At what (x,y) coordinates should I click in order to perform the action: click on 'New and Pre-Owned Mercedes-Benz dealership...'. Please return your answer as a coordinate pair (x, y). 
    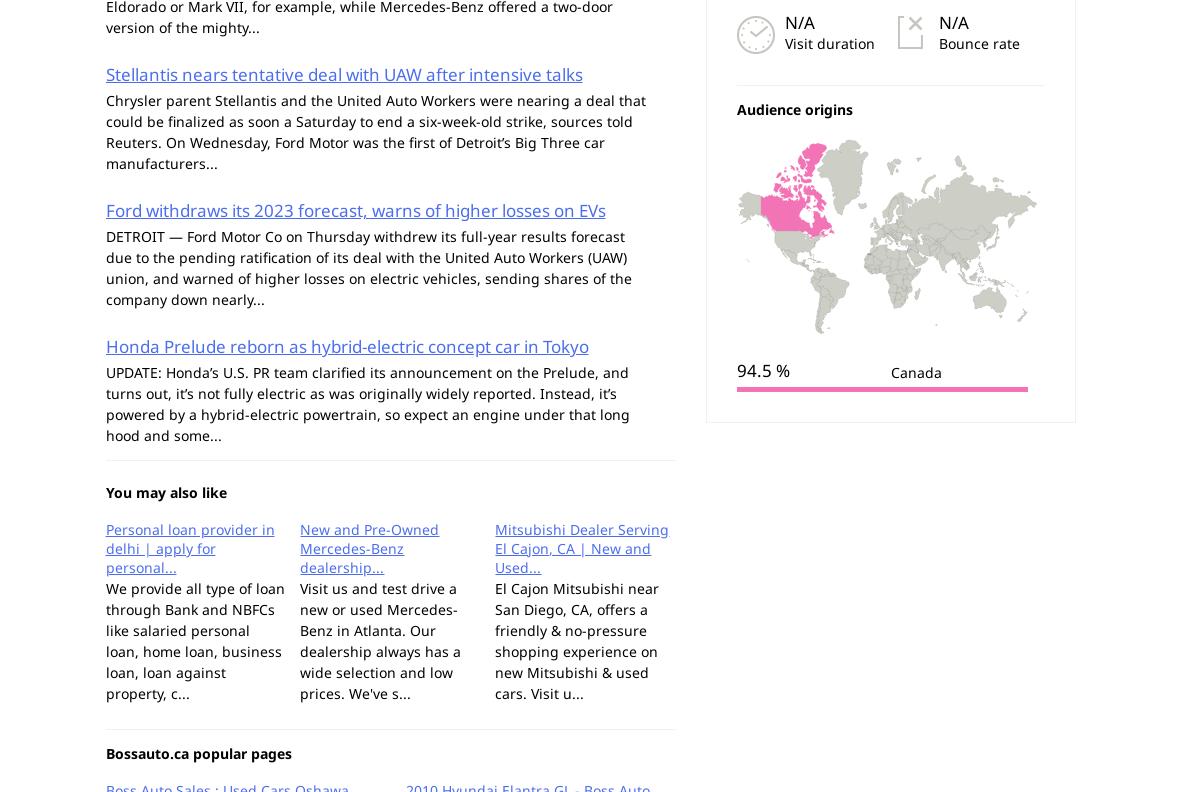
    Looking at the image, I should click on (369, 548).